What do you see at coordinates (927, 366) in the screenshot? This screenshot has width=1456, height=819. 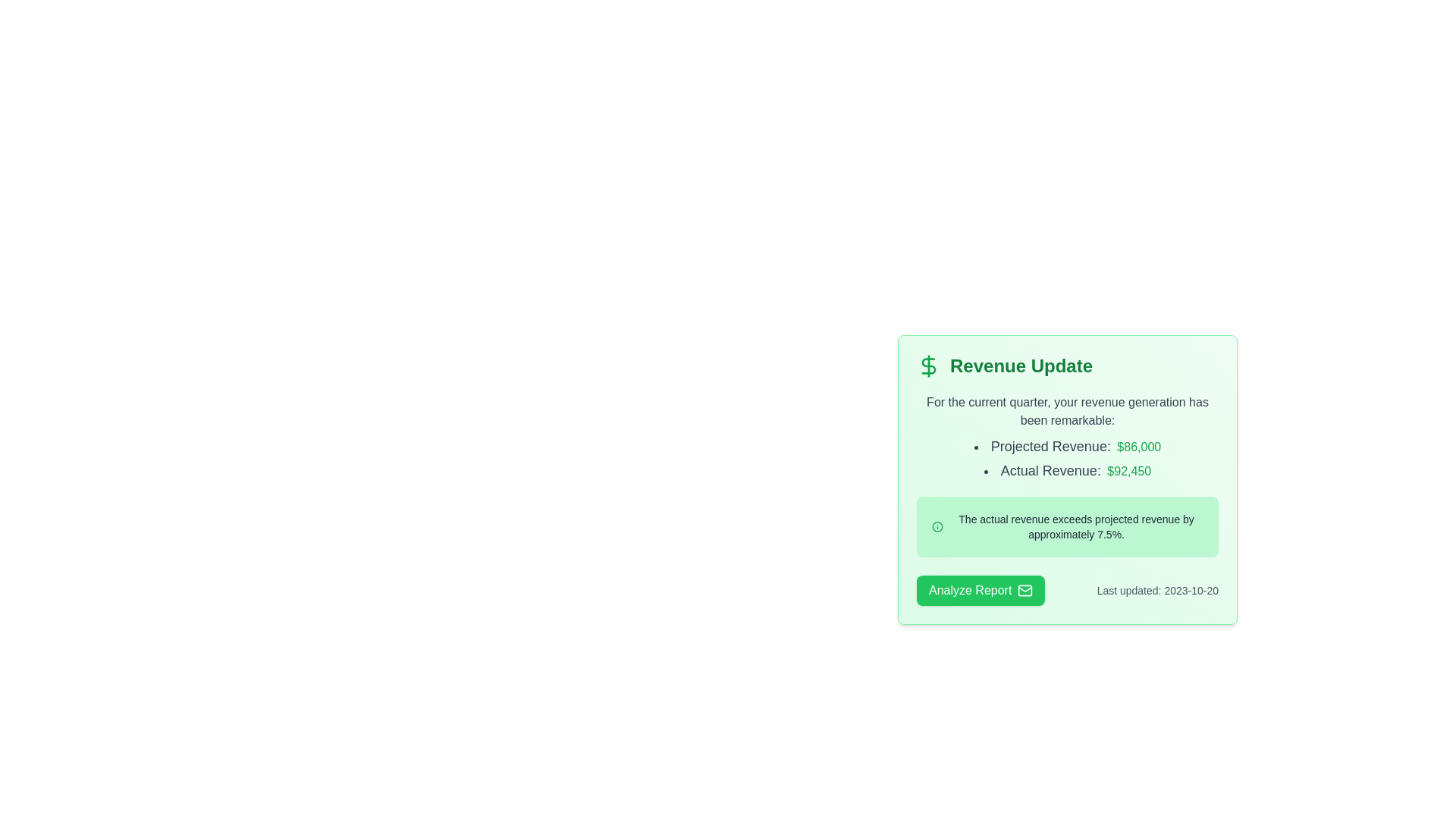 I see `the financial information icon located in the top-left corner of the 'Revenue Update' panel, positioned directly to the left of the text header` at bounding box center [927, 366].